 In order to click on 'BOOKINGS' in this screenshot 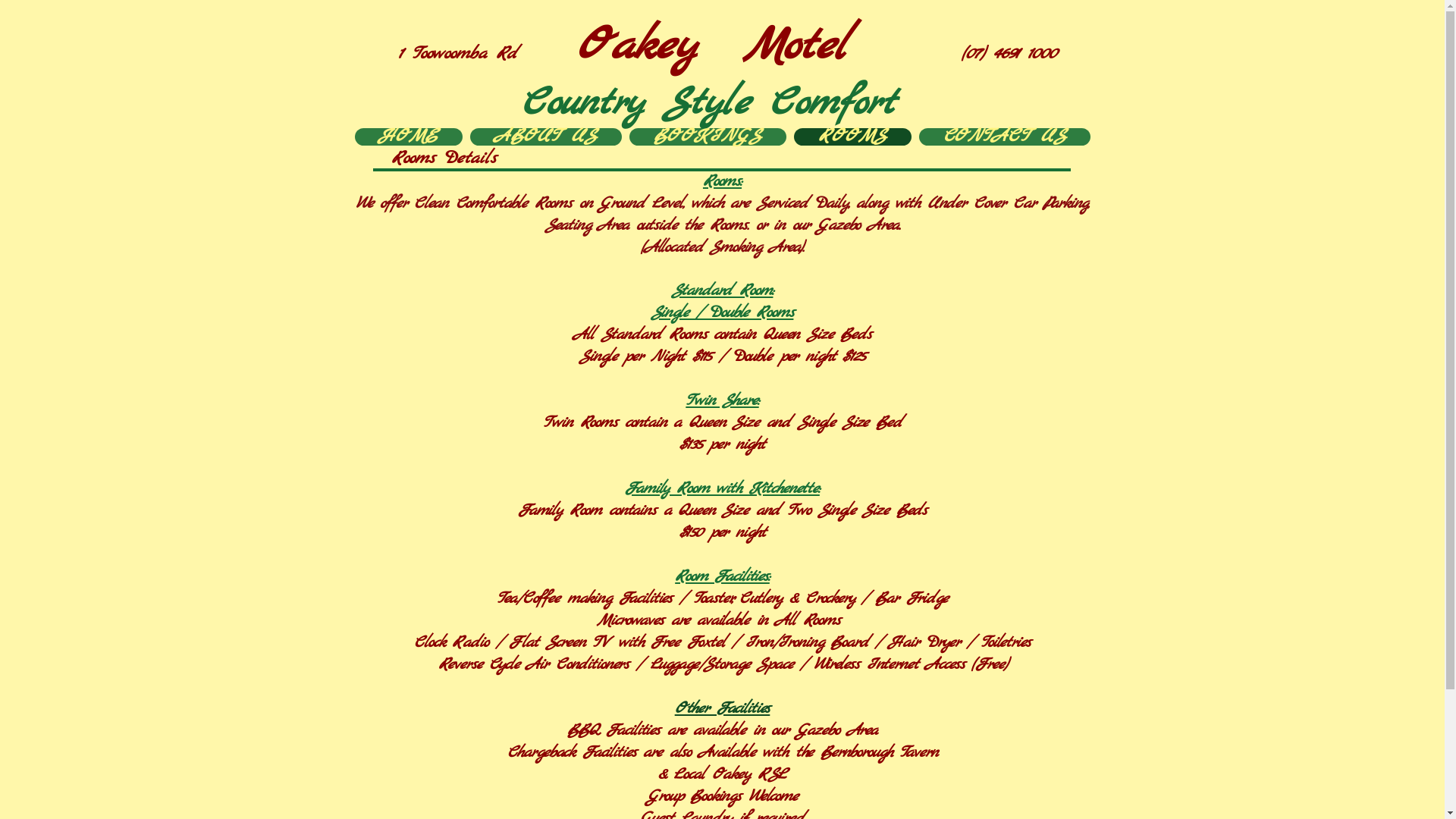, I will do `click(707, 136)`.